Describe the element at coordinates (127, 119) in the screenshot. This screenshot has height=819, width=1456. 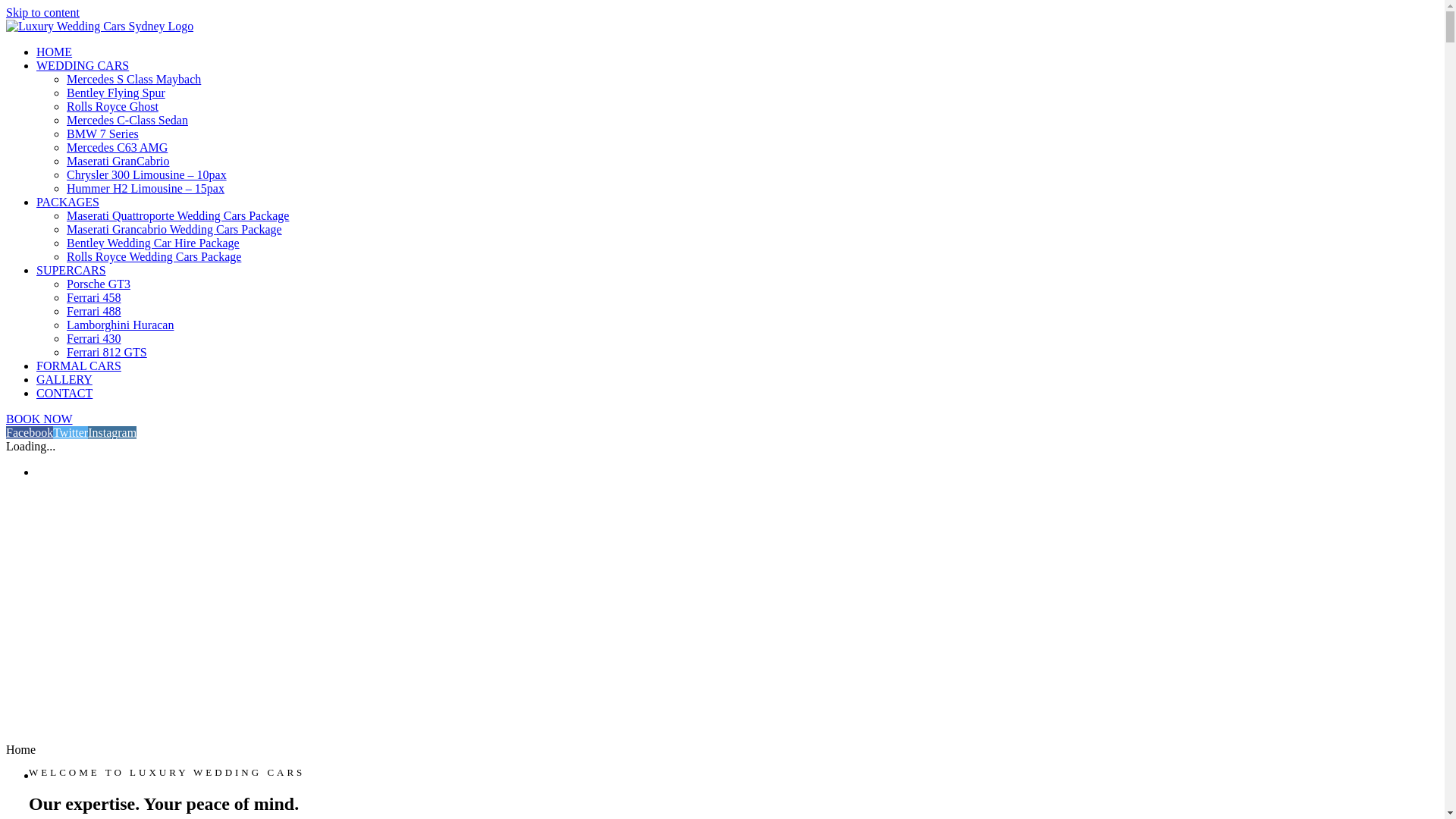
I see `'Mercedes C-Class Sedan'` at that location.